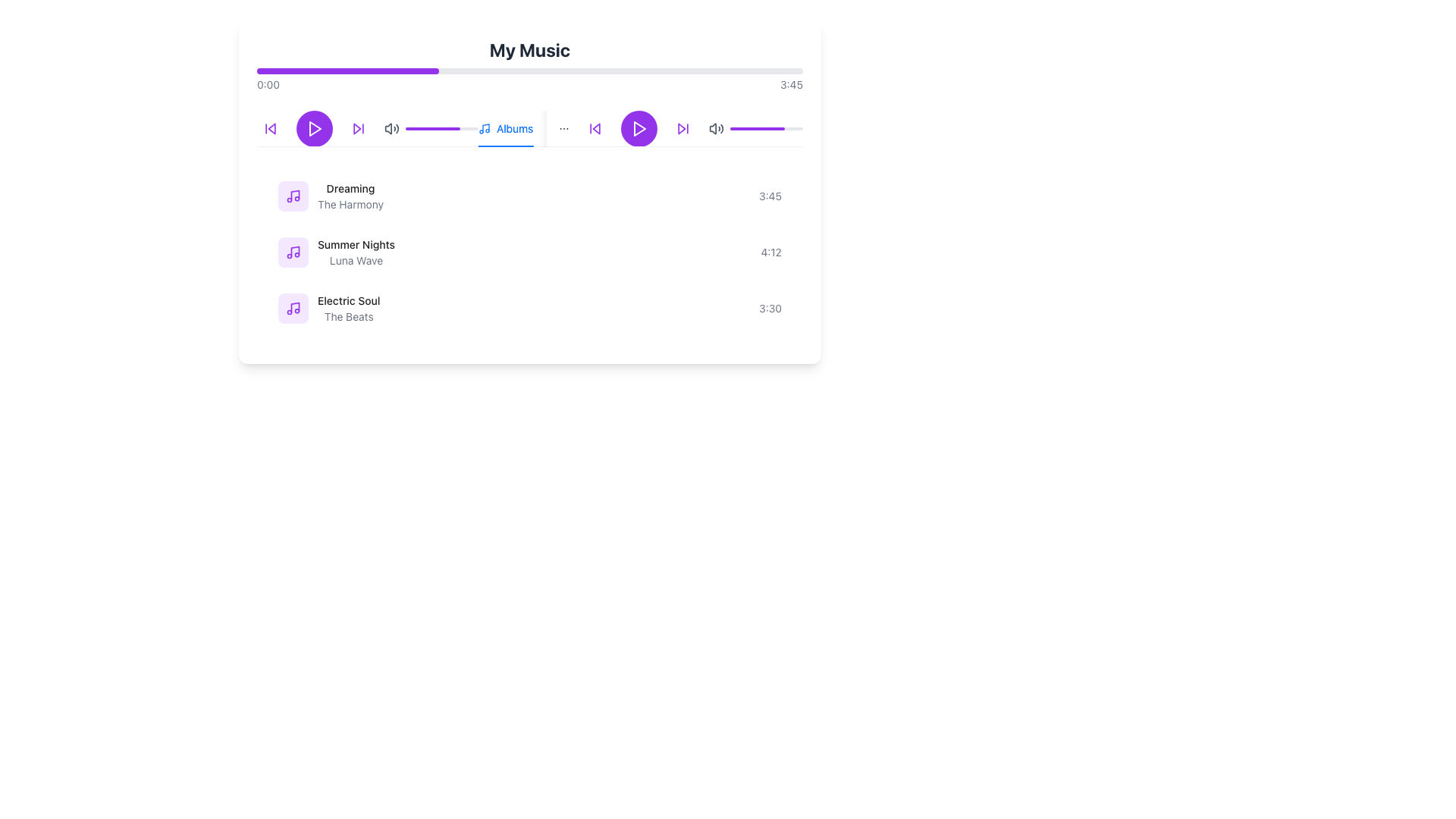 The height and width of the screenshot is (819, 1456). Describe the element at coordinates (513, 127) in the screenshot. I see `the 'Albums' tab header in the navigation bar` at that location.